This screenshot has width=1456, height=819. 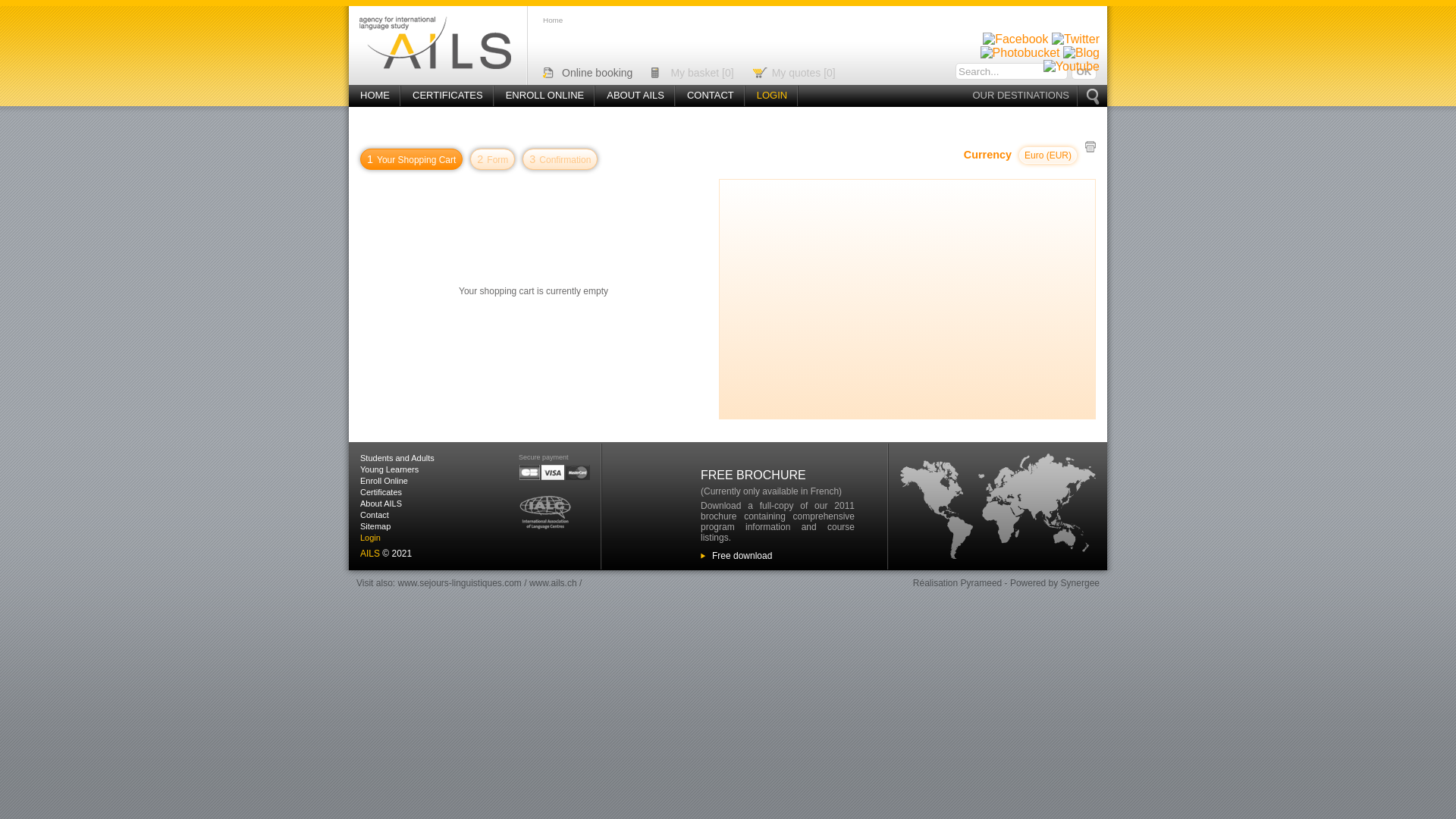 I want to click on 'Contact', so click(x=375, y=513).